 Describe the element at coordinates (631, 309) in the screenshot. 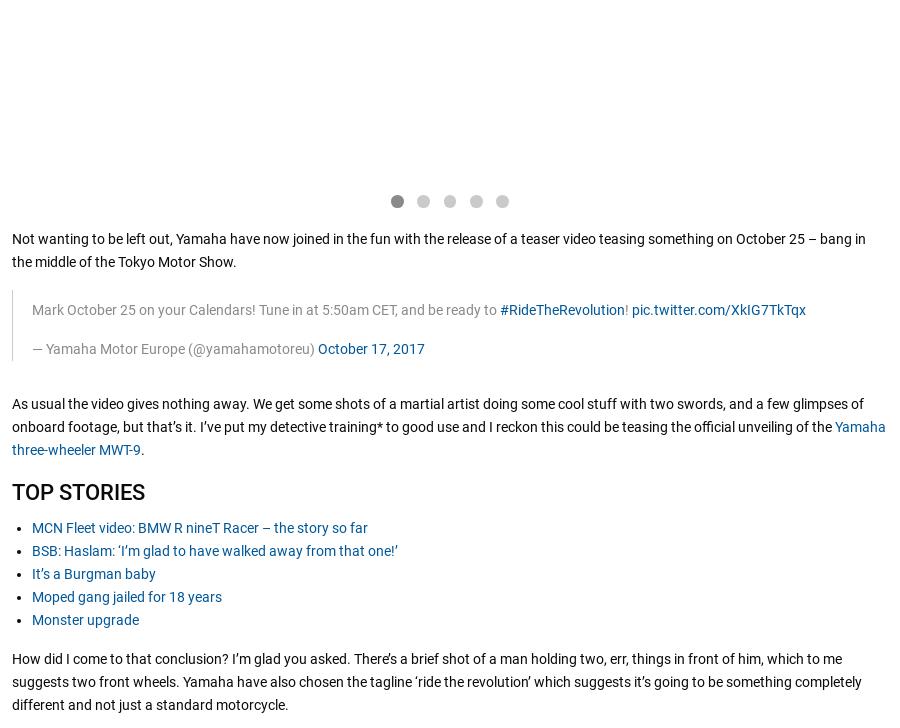

I see `'pic.twitter.com/XkIG7TkTqx'` at that location.